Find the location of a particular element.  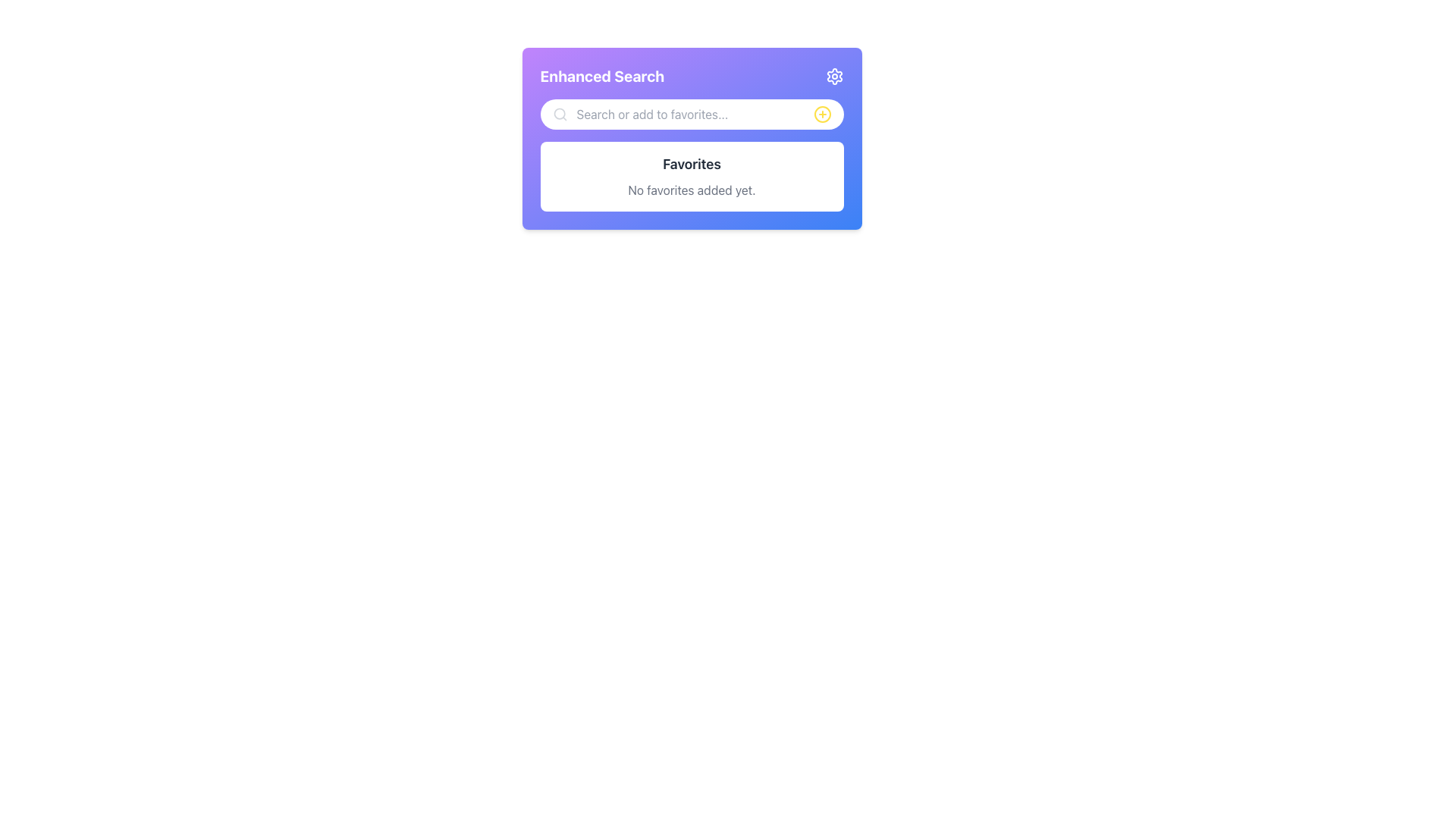

the static text element displaying 'Favorites' which is centrally aligned and located above the text 'No favorites added yet.' is located at coordinates (691, 164).